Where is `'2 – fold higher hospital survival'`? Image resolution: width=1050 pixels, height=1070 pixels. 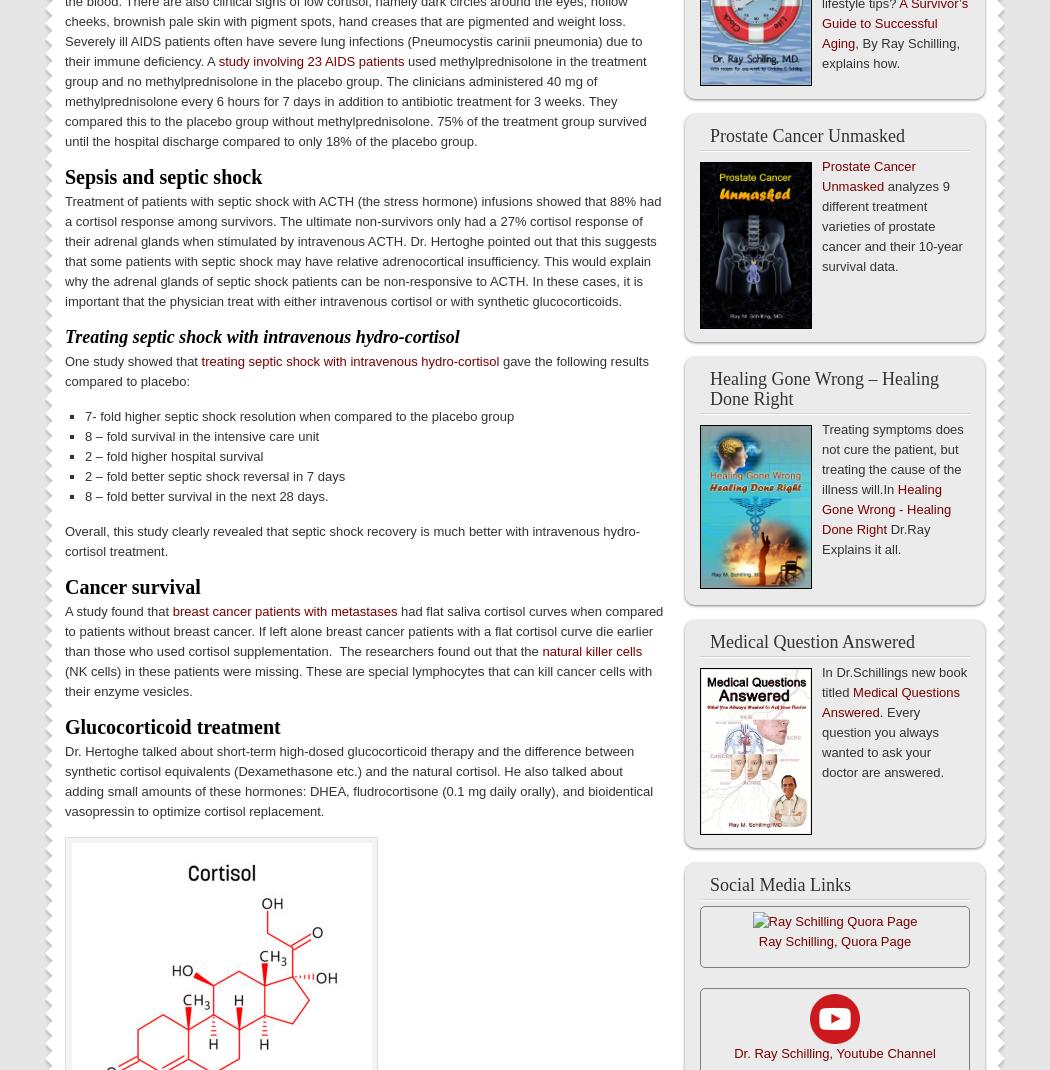
'2 – fold higher hospital survival' is located at coordinates (173, 456).